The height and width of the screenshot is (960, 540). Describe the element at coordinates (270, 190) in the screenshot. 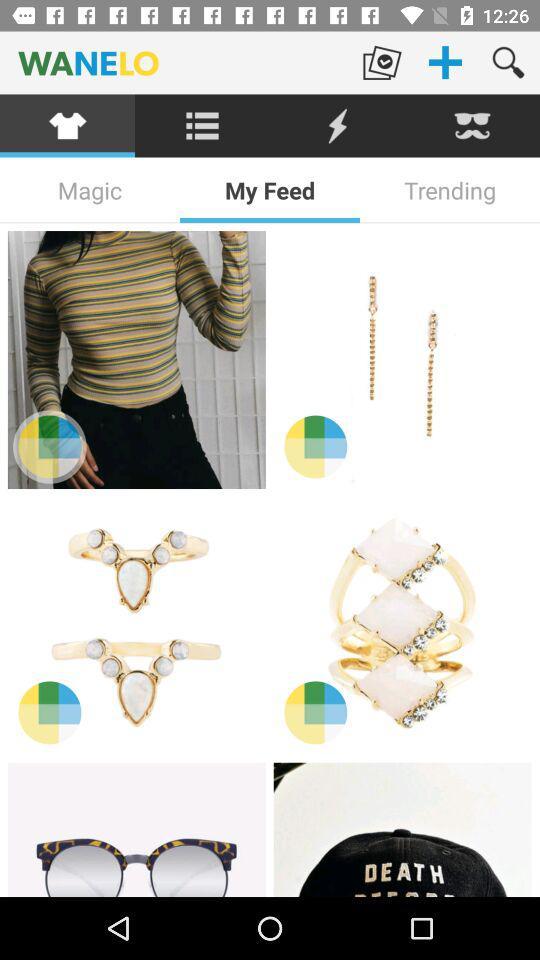

I see `the icon to the left of trending icon` at that location.